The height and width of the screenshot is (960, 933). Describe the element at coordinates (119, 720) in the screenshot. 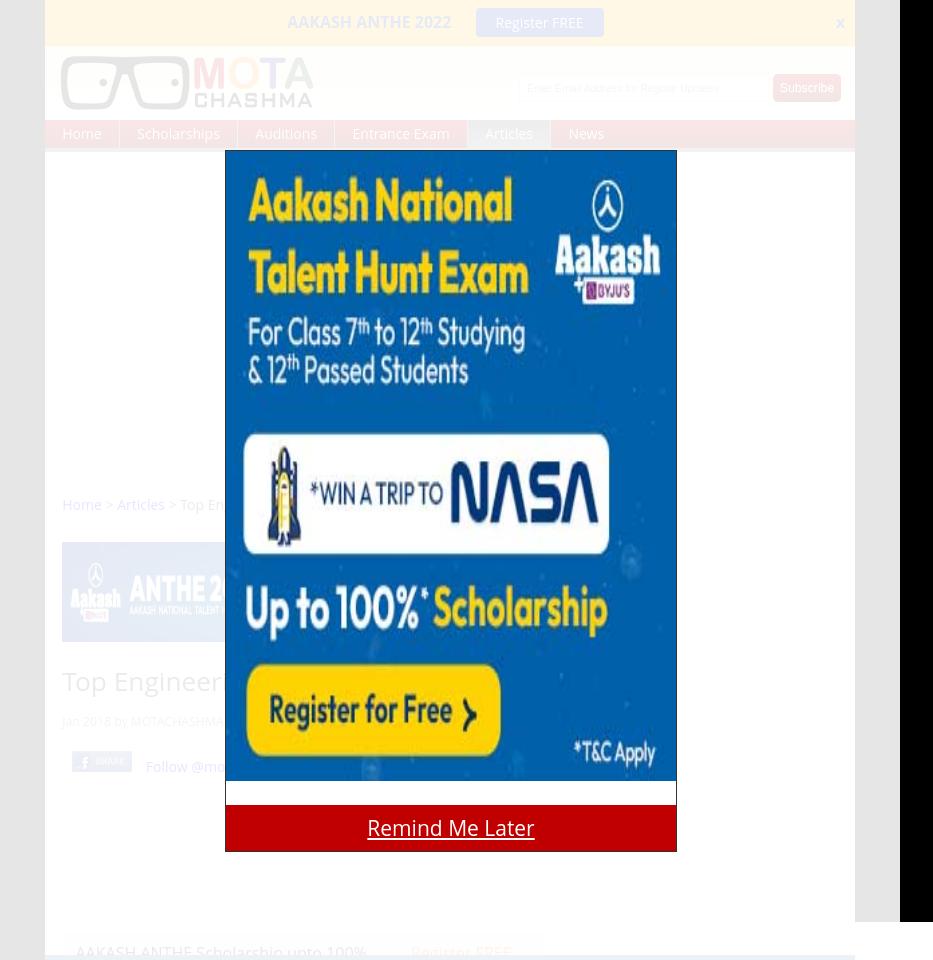

I see `'by'` at that location.